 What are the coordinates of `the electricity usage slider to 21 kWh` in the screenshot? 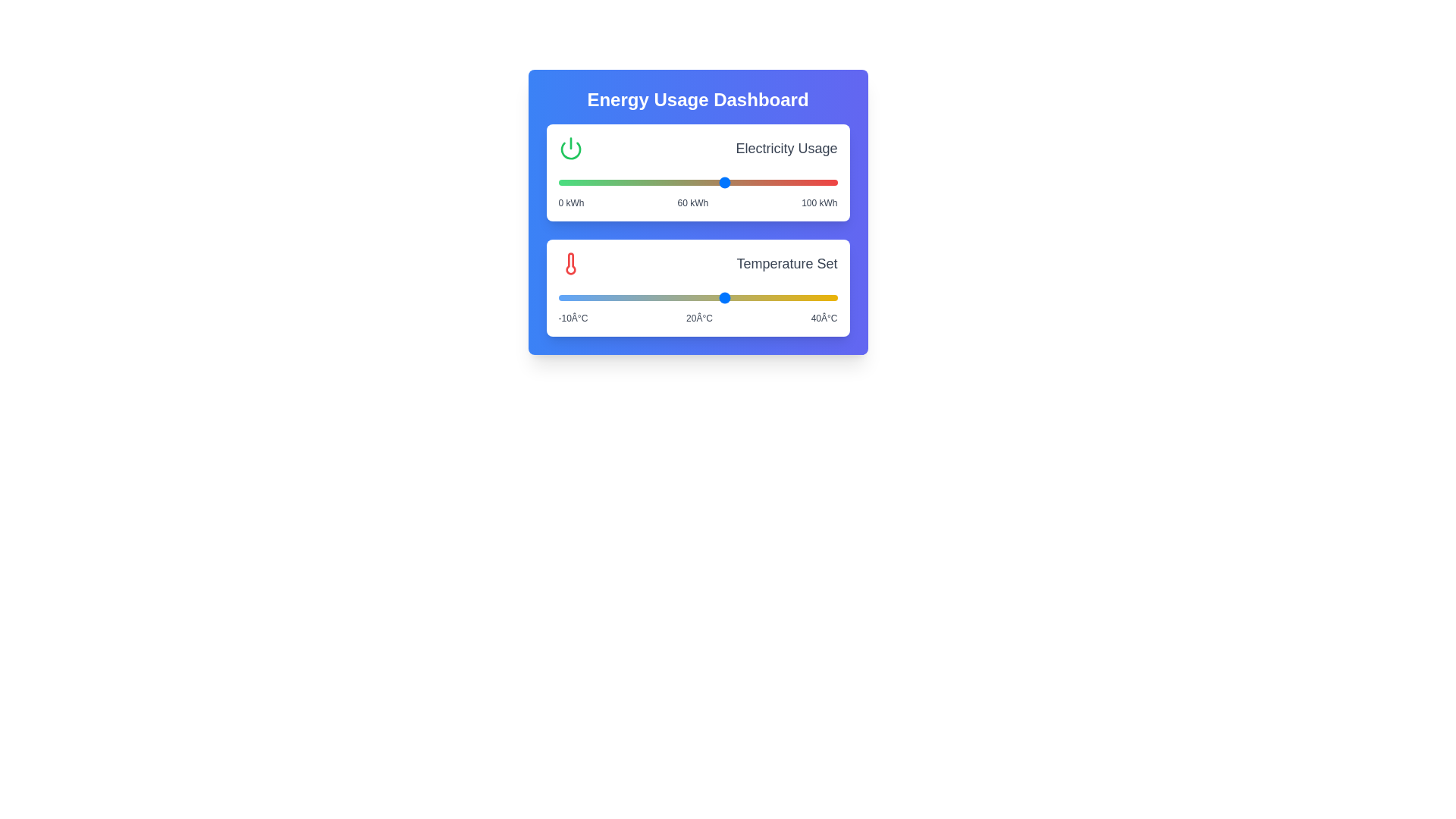 It's located at (617, 181).